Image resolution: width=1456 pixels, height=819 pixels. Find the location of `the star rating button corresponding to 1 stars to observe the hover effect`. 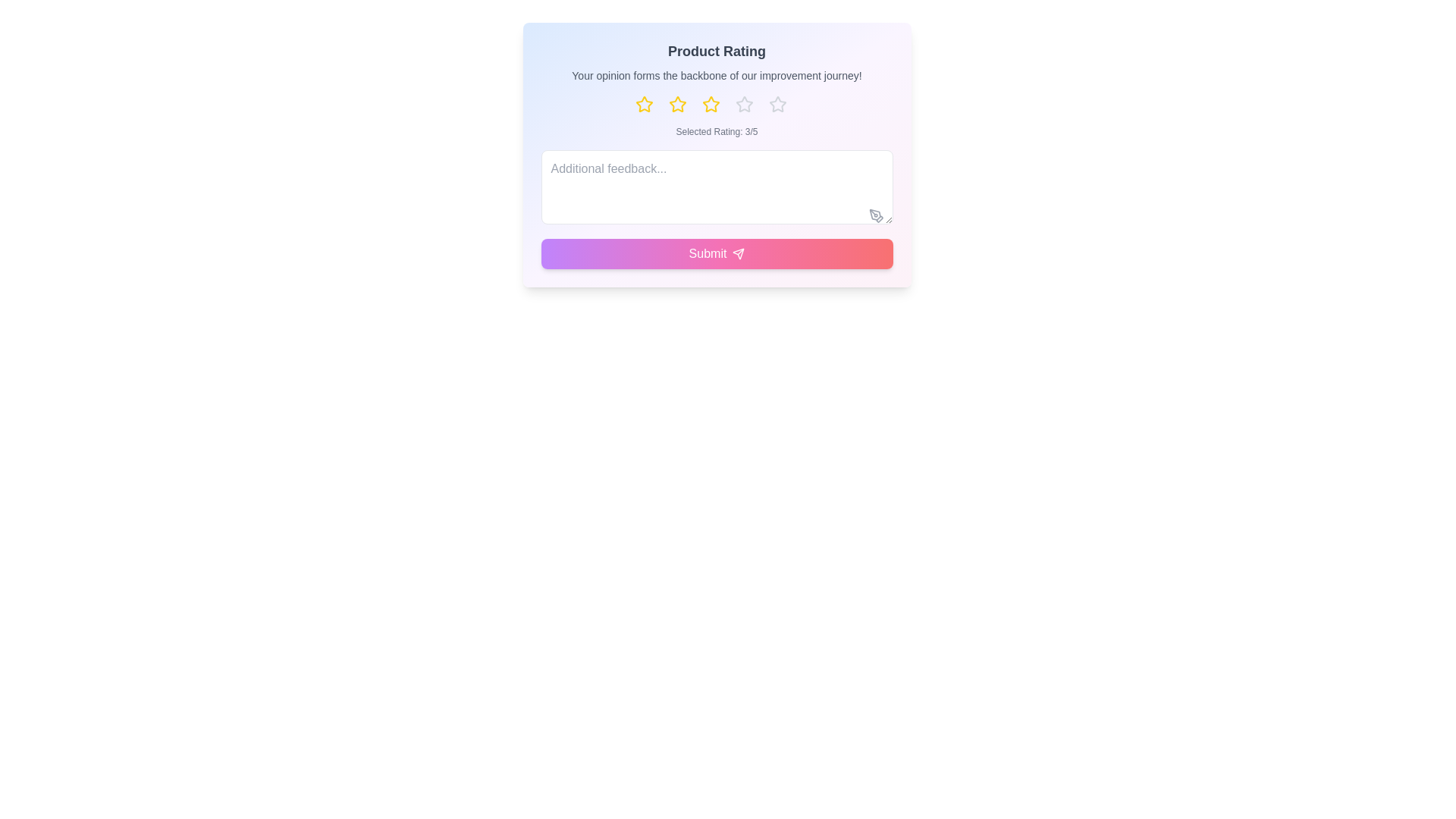

the star rating button corresponding to 1 stars to observe the hover effect is located at coordinates (650, 104).